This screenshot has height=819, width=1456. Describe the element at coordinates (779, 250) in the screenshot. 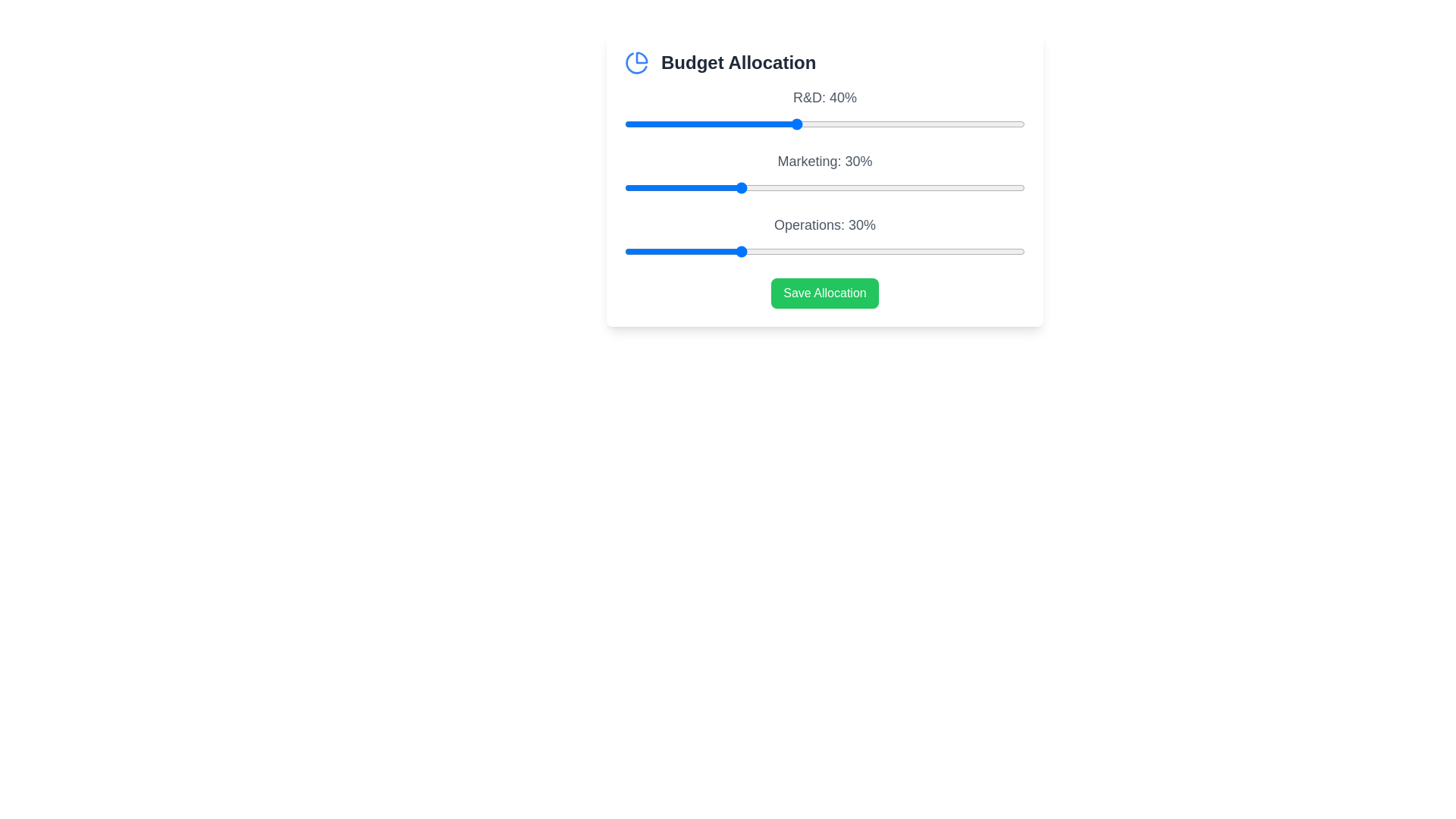

I see `the 'Operations' slider to 37%` at that location.